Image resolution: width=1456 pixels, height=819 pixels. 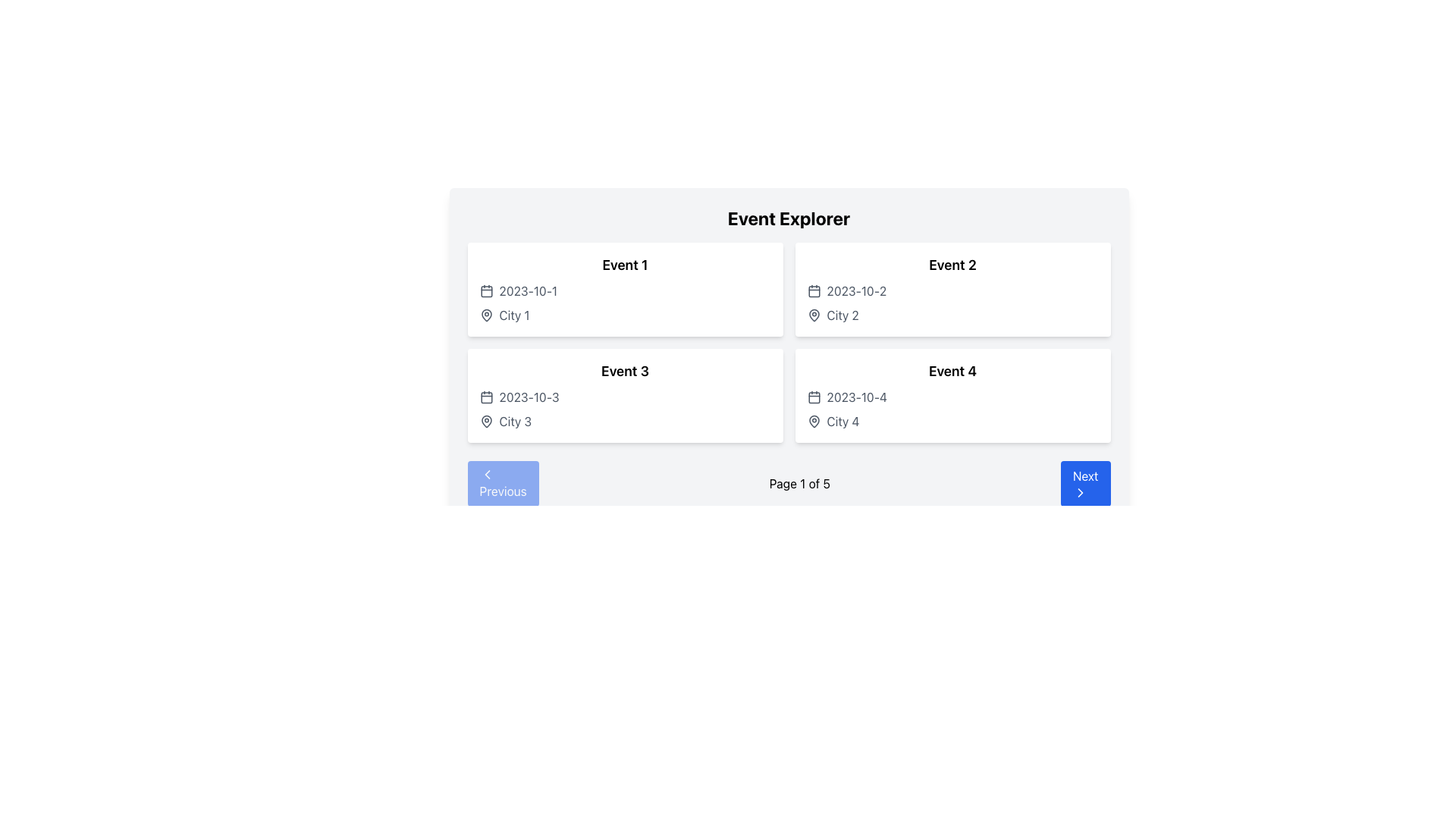 I want to click on the 'Next' button located on the far right side of the navigation bar, so click(x=1084, y=483).